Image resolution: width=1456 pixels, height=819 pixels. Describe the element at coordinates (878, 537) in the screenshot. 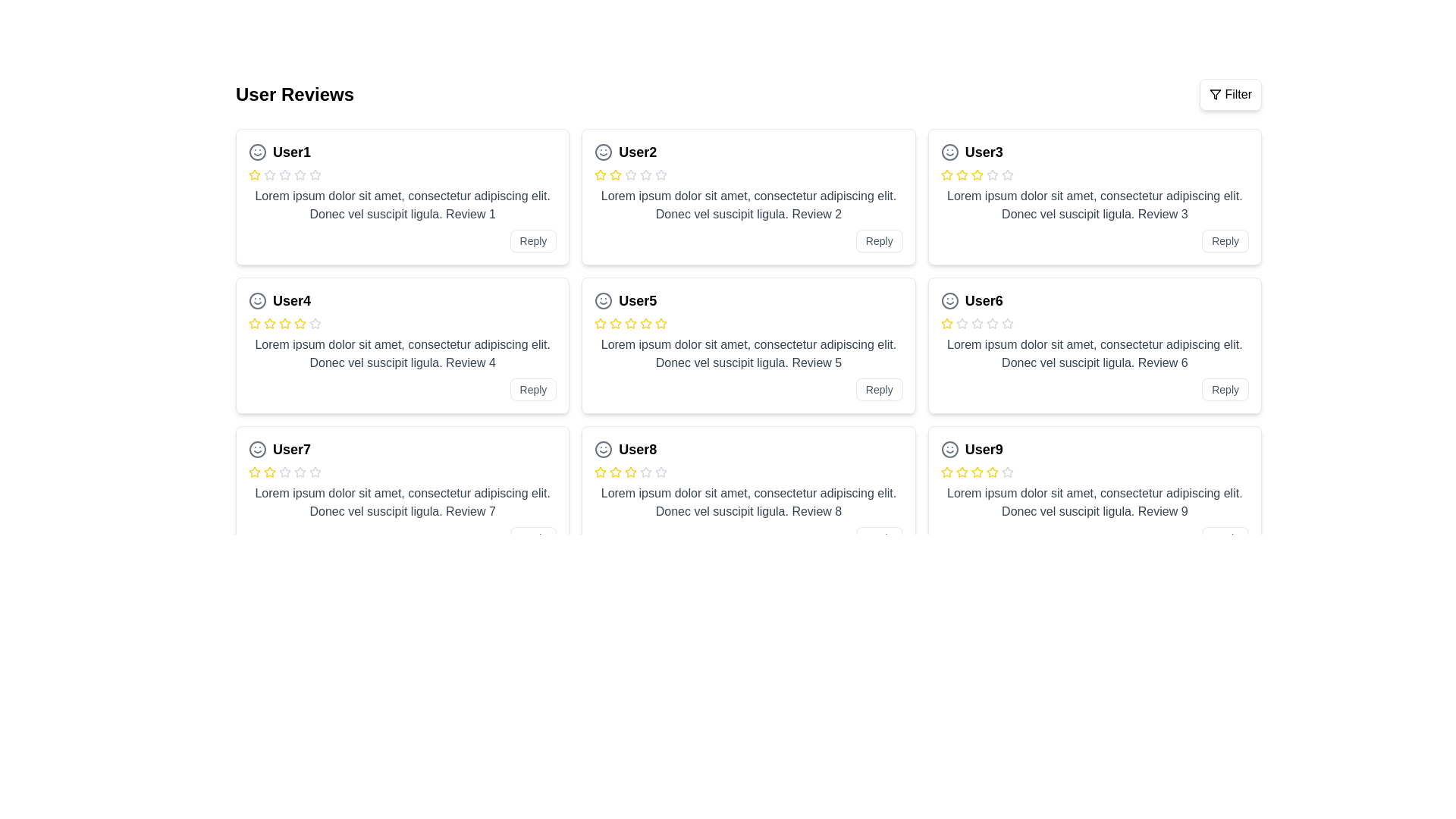

I see `the 'Reply' button located in the bottom-right corner of the User8 review card to initiate a reply action` at that location.